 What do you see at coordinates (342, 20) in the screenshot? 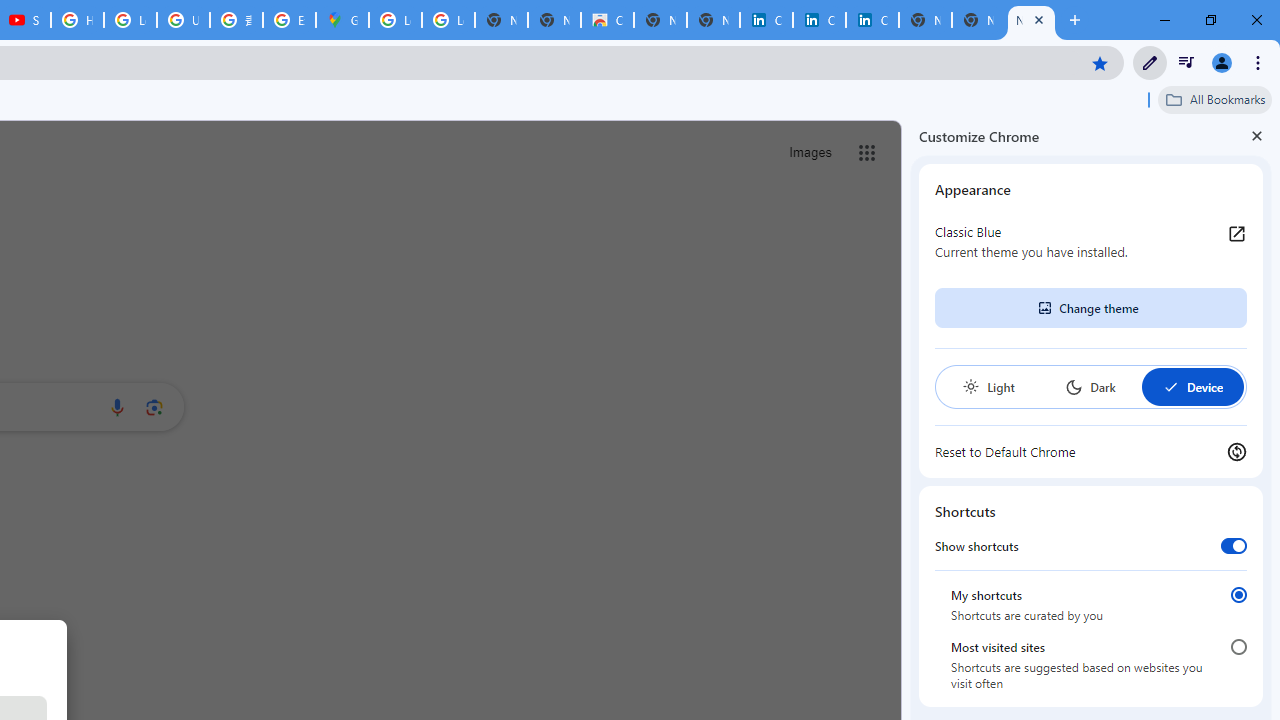
I see `'Google Maps'` at bounding box center [342, 20].